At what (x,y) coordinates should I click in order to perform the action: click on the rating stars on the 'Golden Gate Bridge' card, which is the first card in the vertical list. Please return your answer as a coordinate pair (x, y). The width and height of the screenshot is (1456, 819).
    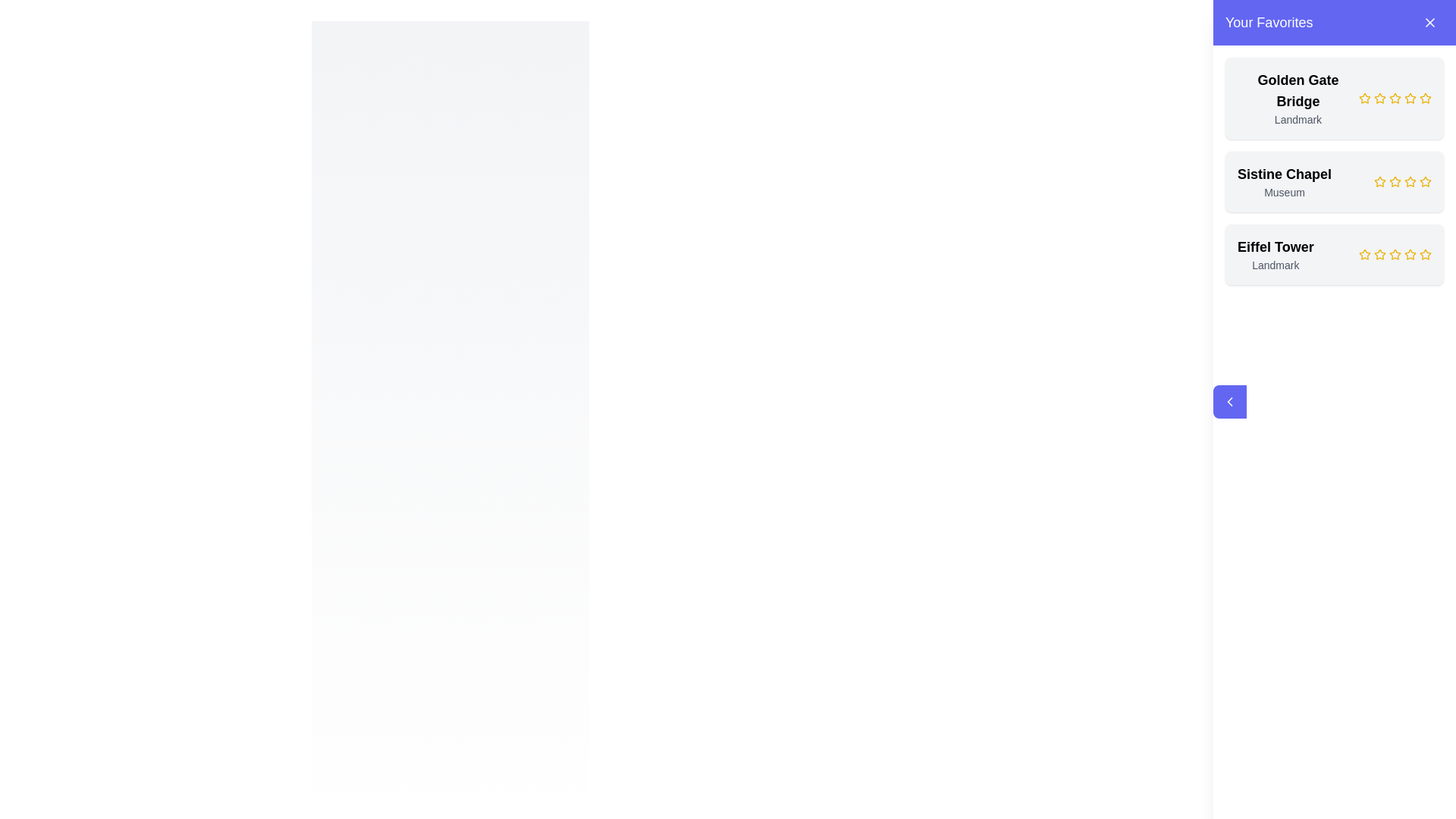
    Looking at the image, I should click on (1335, 99).